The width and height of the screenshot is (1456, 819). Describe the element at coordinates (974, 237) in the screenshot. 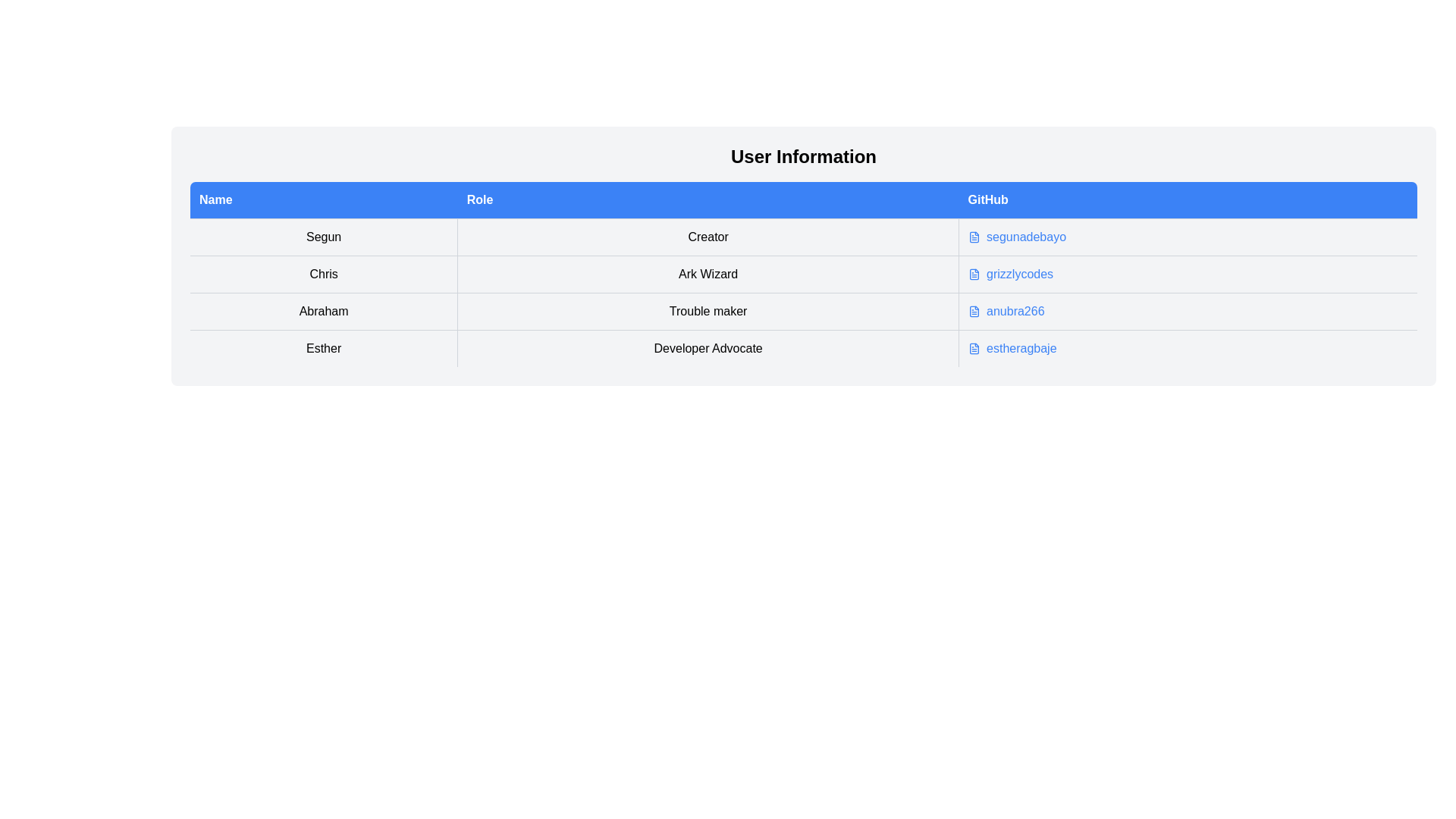

I see `the small blue file icon located to the immediate left of the bolded text 'segunadebayo' in the first row of the GitHub column to follow the link` at that location.